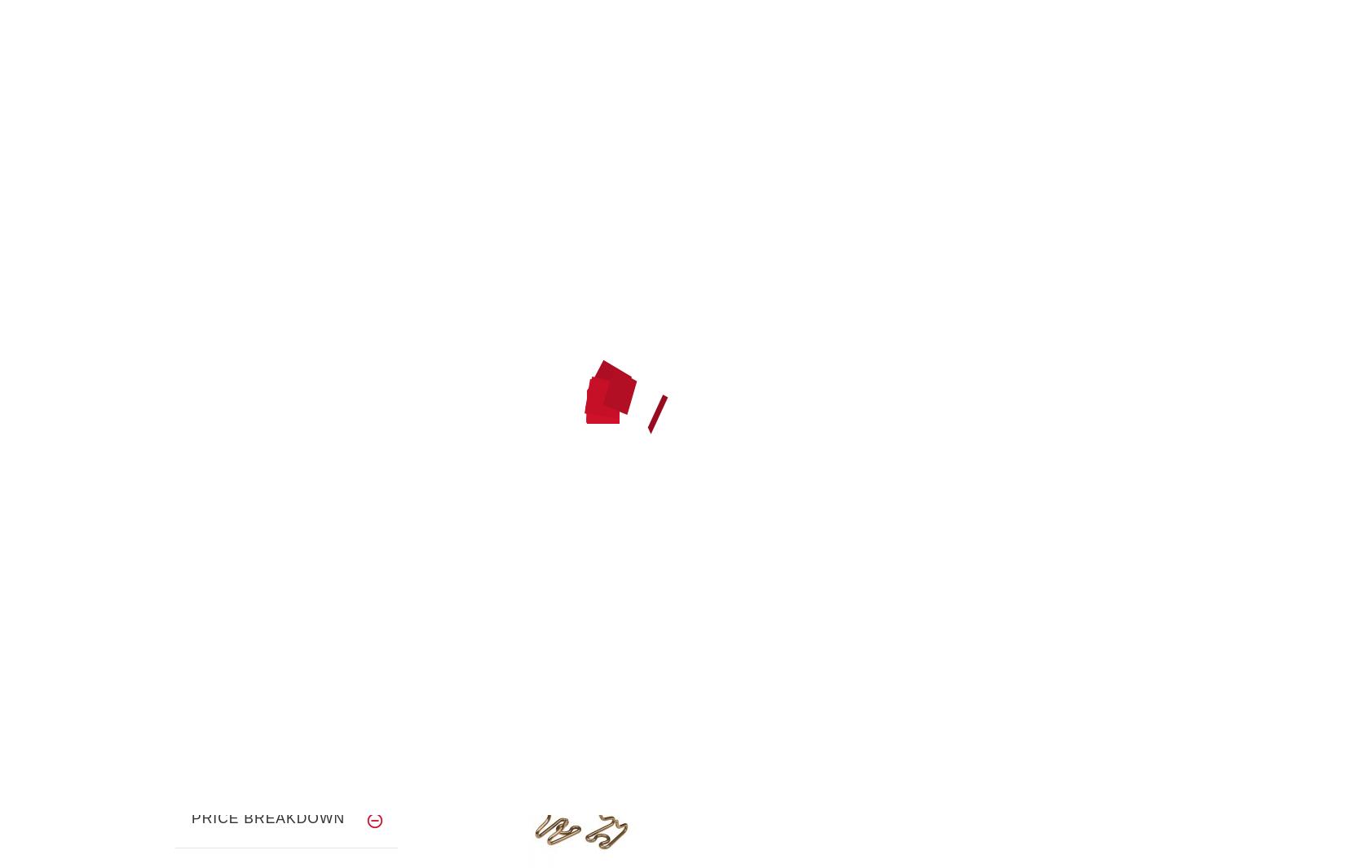 Image resolution: width=1372 pixels, height=868 pixels. I want to click on 'Log In', so click(1070, 33).